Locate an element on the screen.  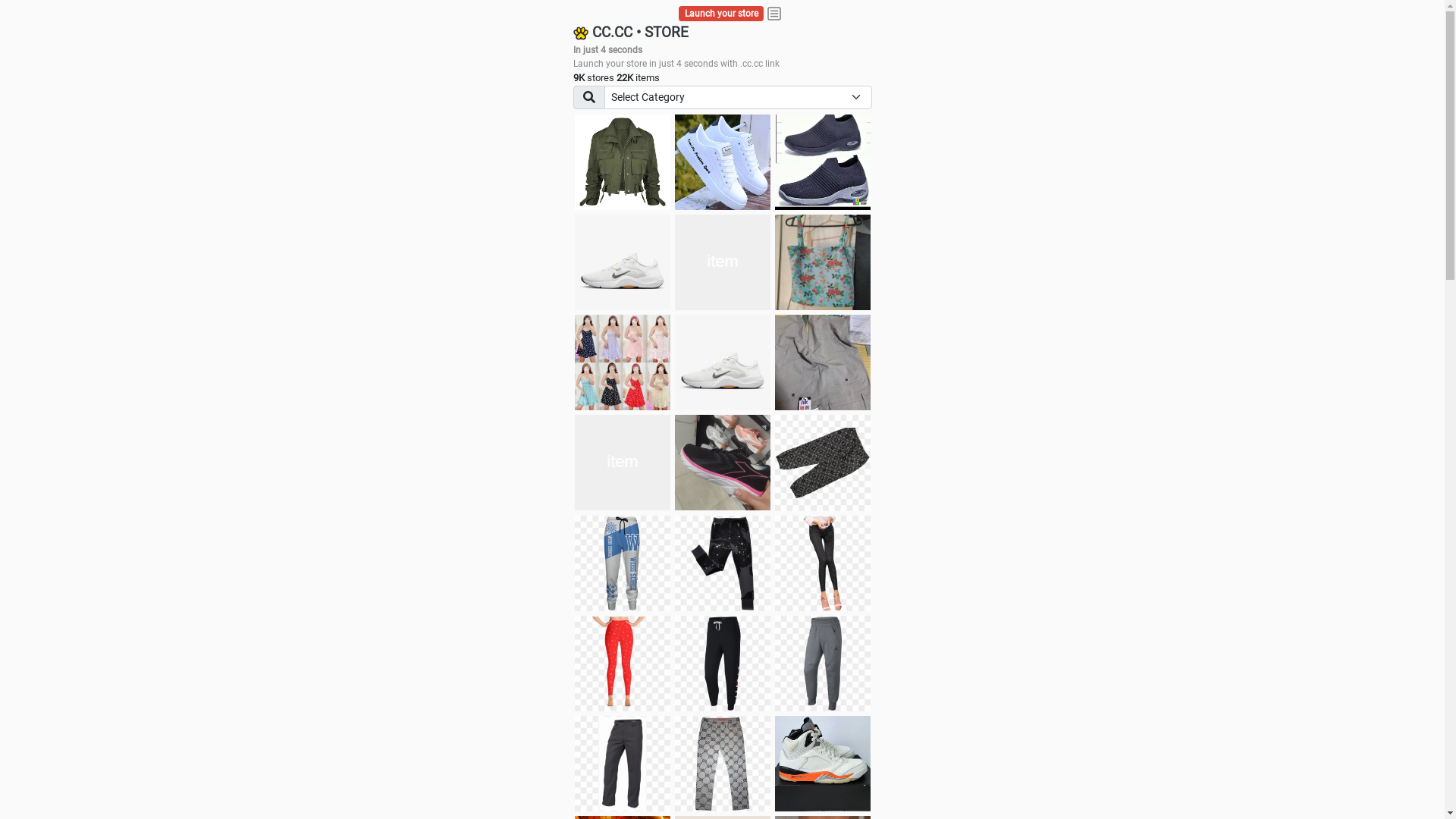
'Pant' is located at coordinates (622, 763).